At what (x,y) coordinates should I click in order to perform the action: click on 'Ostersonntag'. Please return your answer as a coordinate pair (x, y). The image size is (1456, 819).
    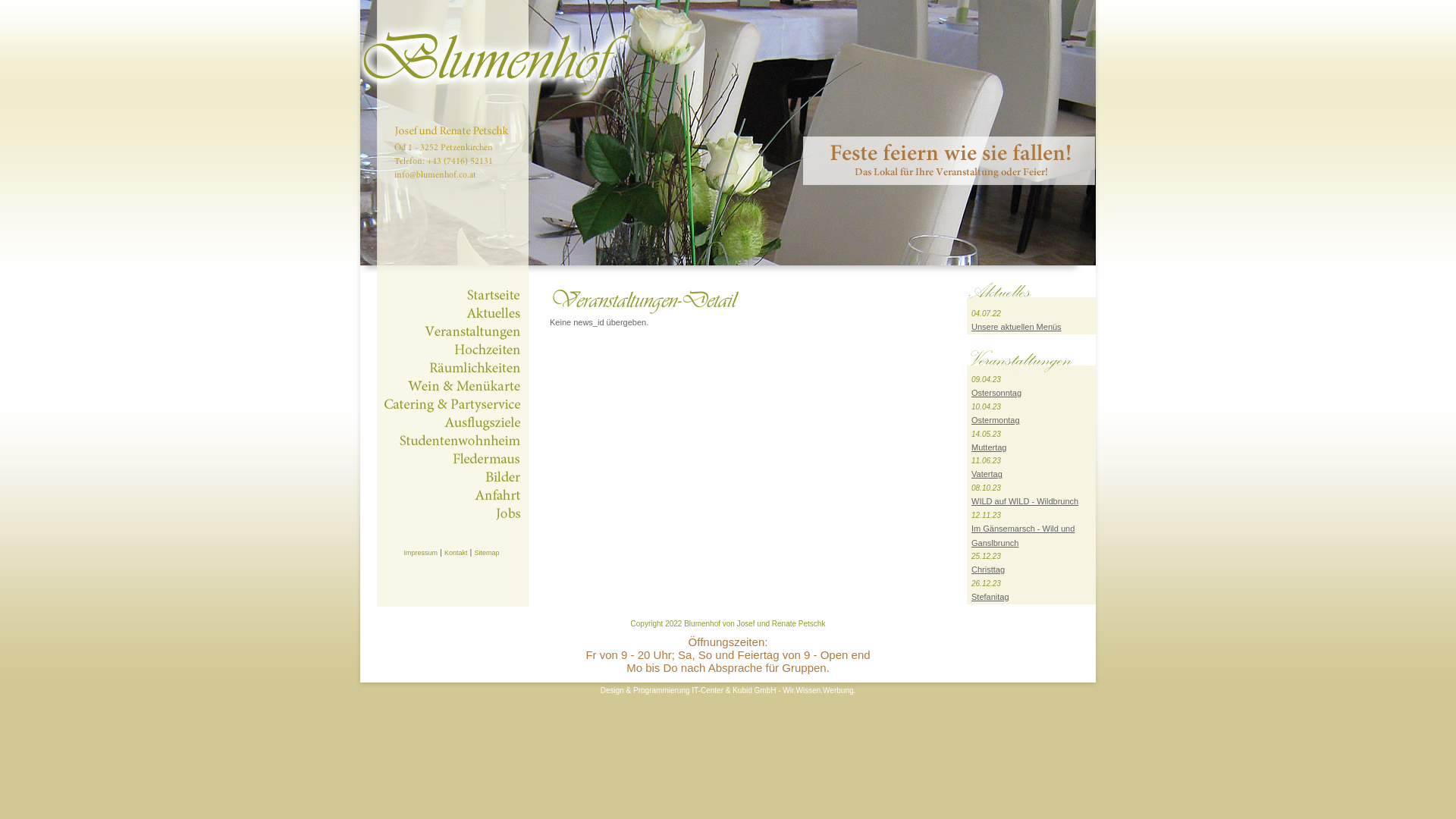
    Looking at the image, I should click on (971, 391).